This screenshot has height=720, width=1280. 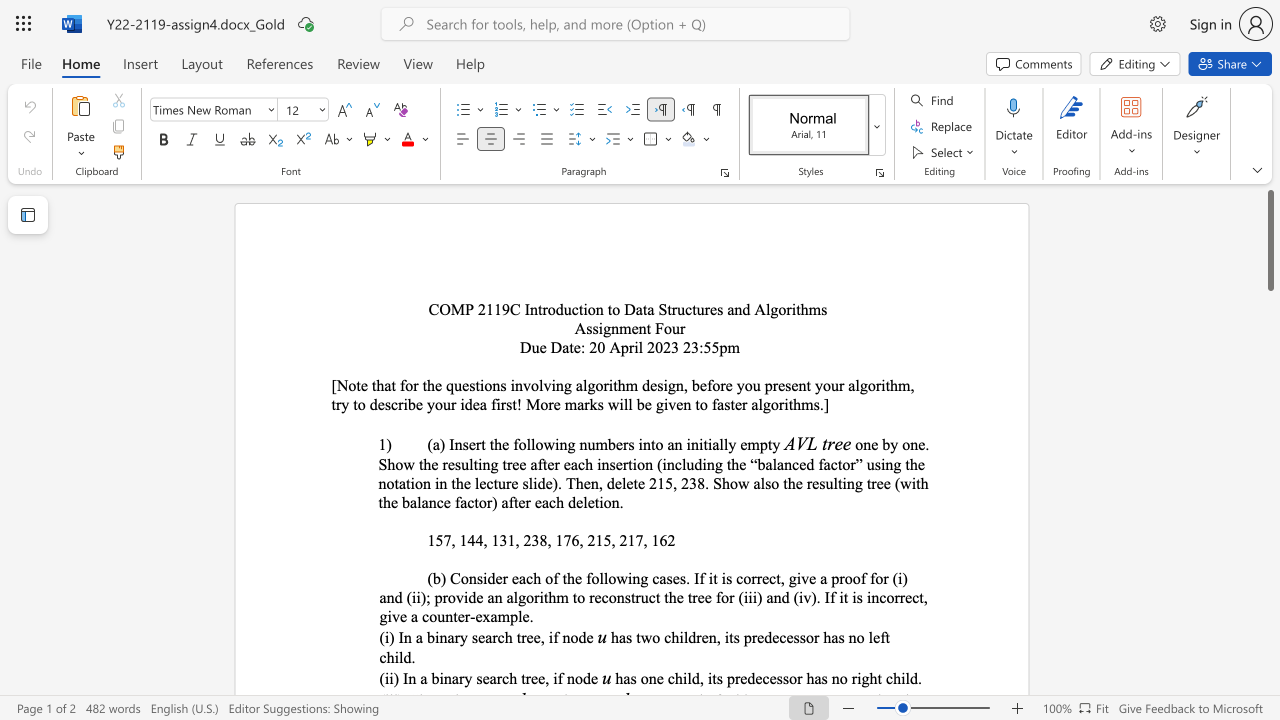 What do you see at coordinates (1269, 660) in the screenshot?
I see `the scrollbar on the right` at bounding box center [1269, 660].